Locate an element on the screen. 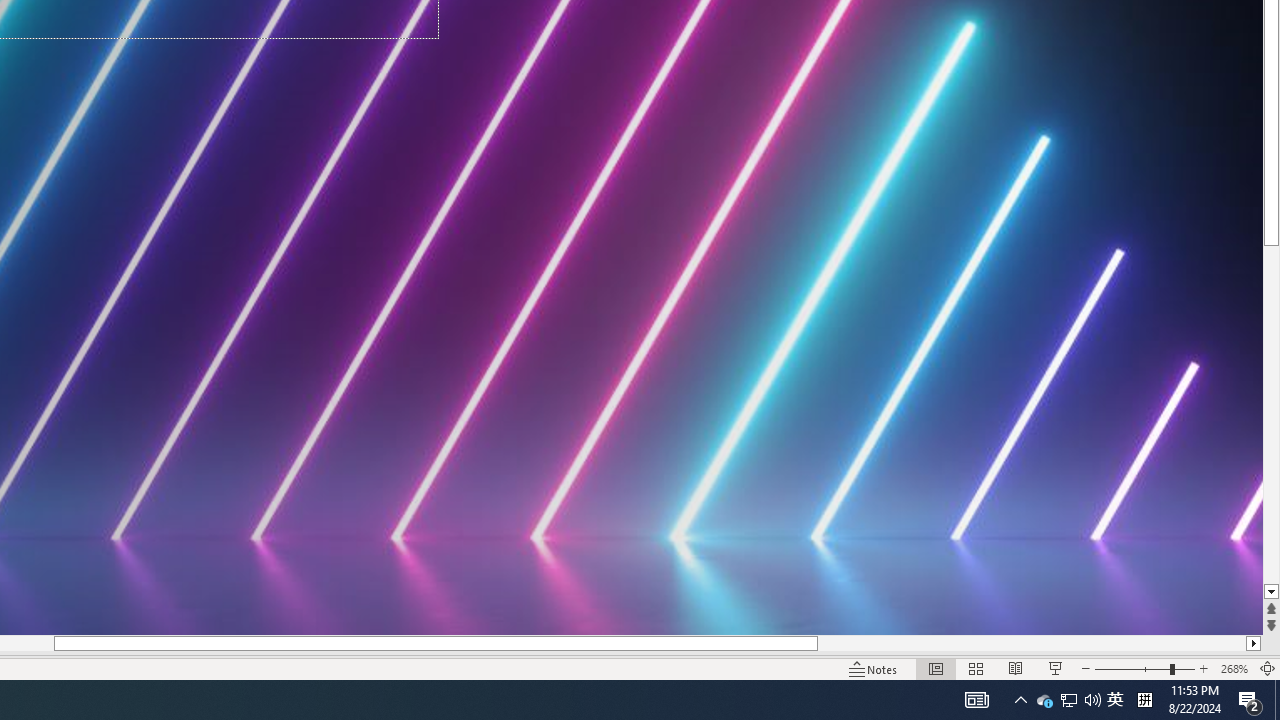 The height and width of the screenshot is (720, 1280). 'Notes ' is located at coordinates (874, 669).